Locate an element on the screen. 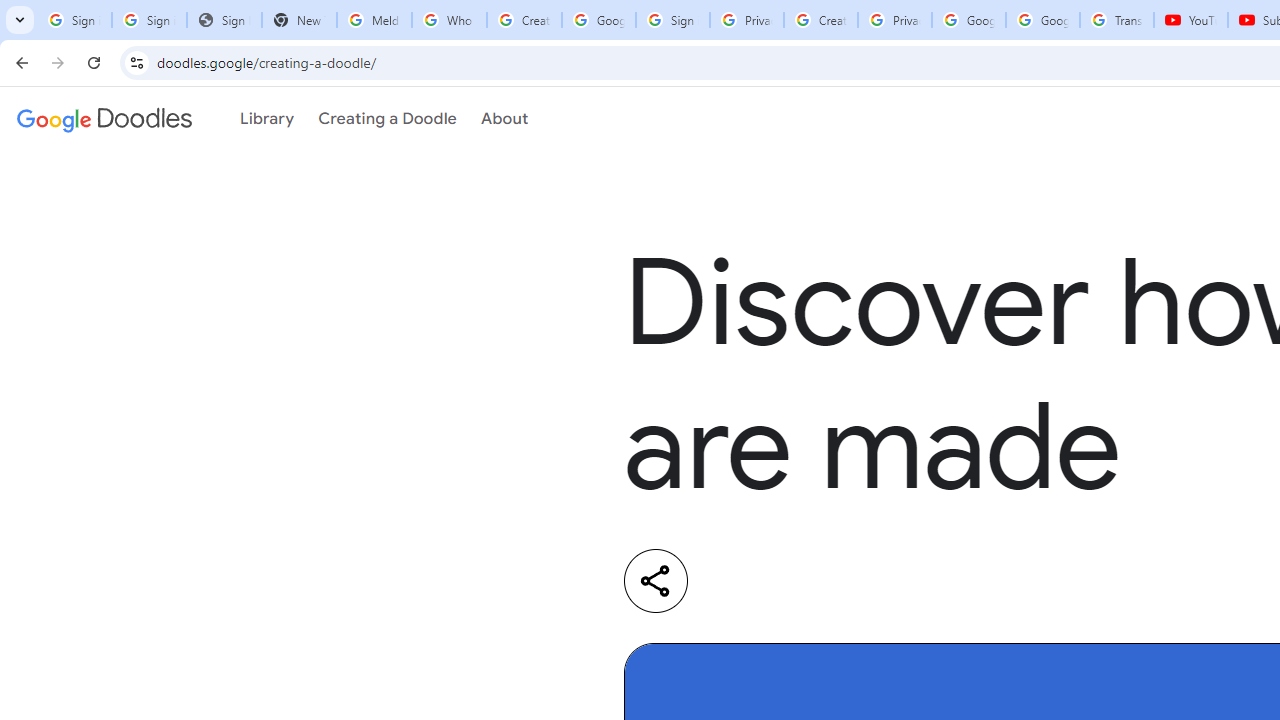 The width and height of the screenshot is (1280, 720). 'Library' is located at coordinates (266, 119).